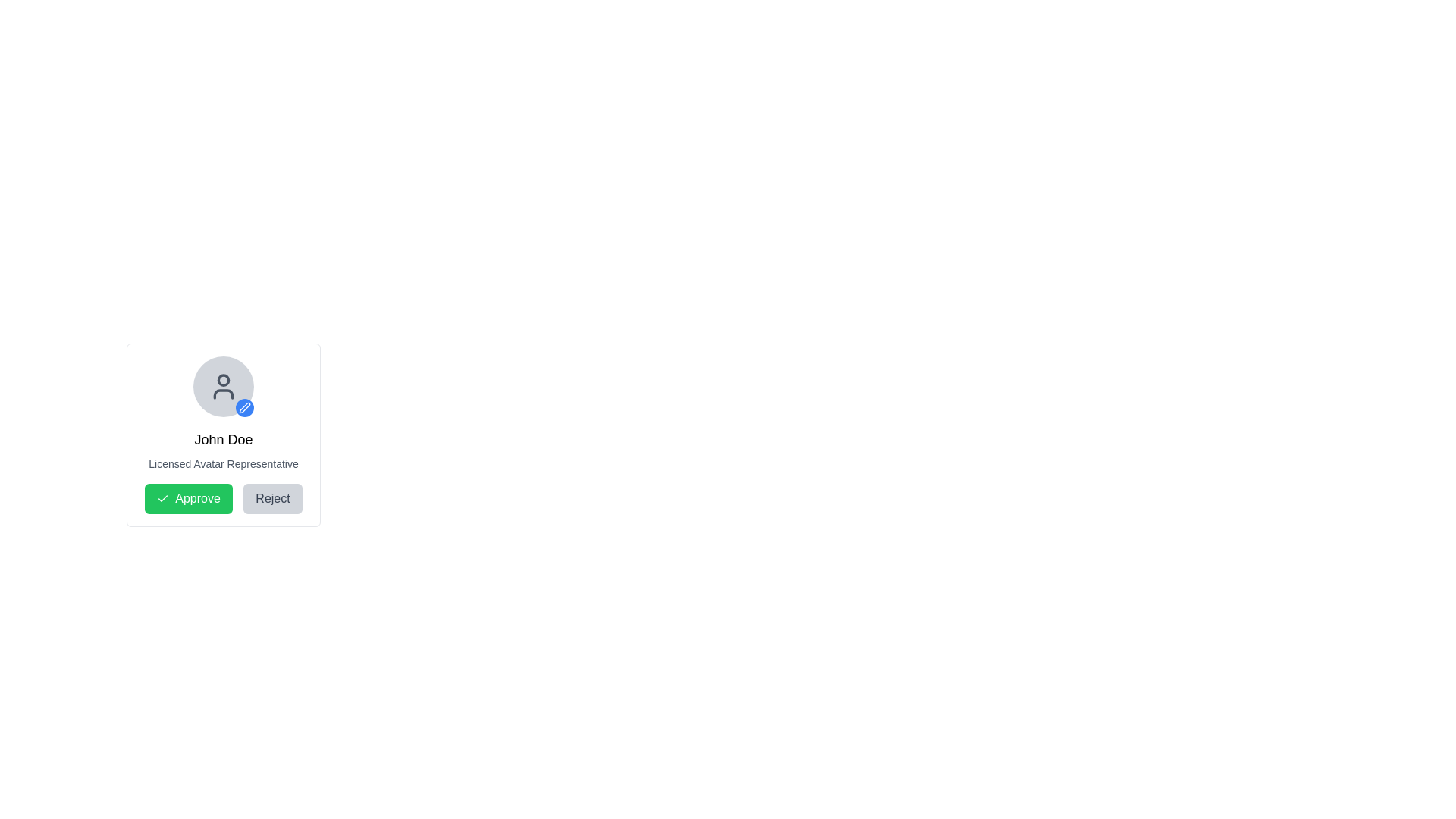 This screenshot has height=819, width=1456. What do you see at coordinates (222, 379) in the screenshot?
I see `the SVG Circle Graphic that decorates the user icon at the top of the profile card` at bounding box center [222, 379].